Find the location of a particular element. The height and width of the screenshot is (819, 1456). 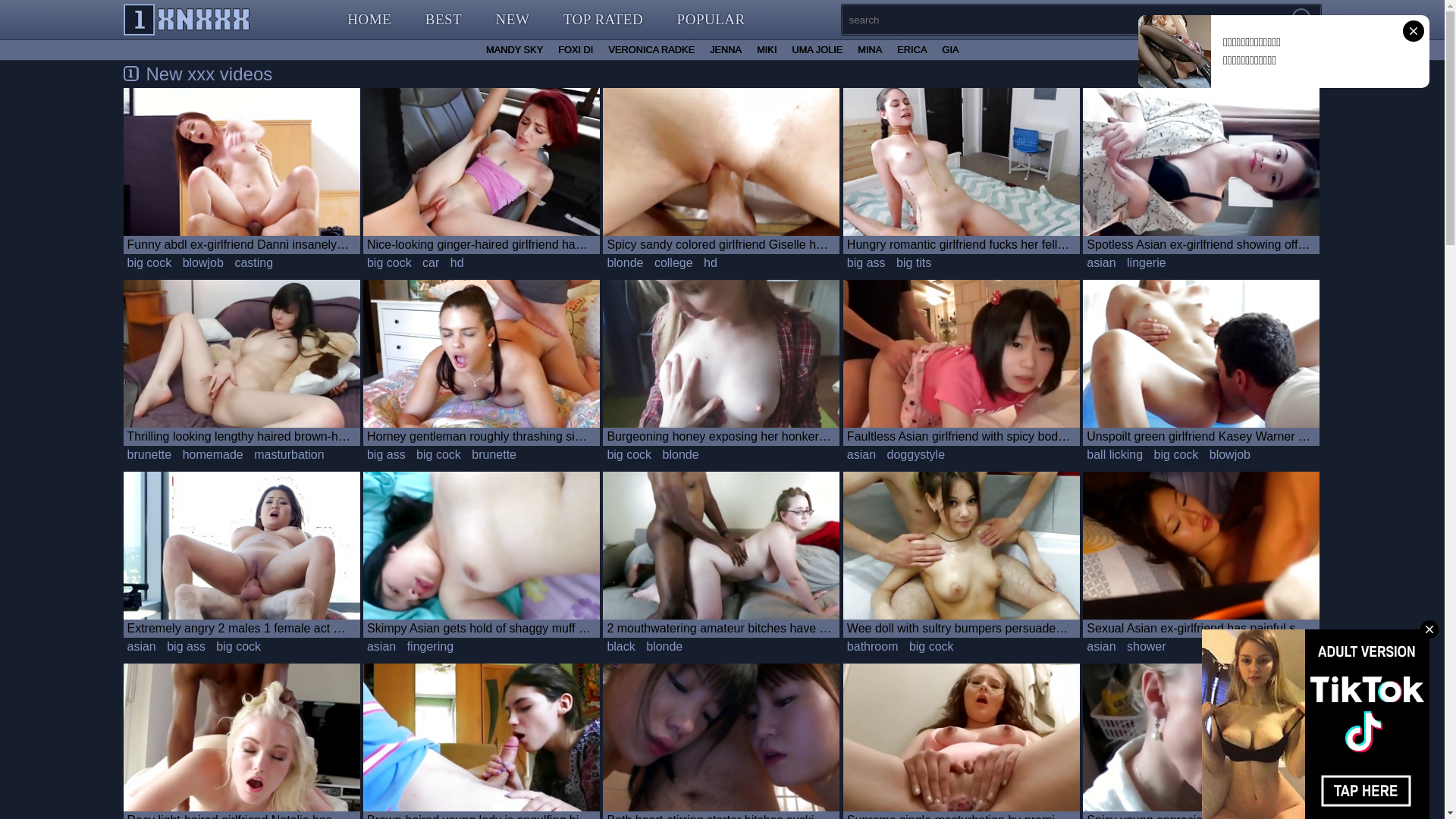

'brunette' is located at coordinates (494, 454).